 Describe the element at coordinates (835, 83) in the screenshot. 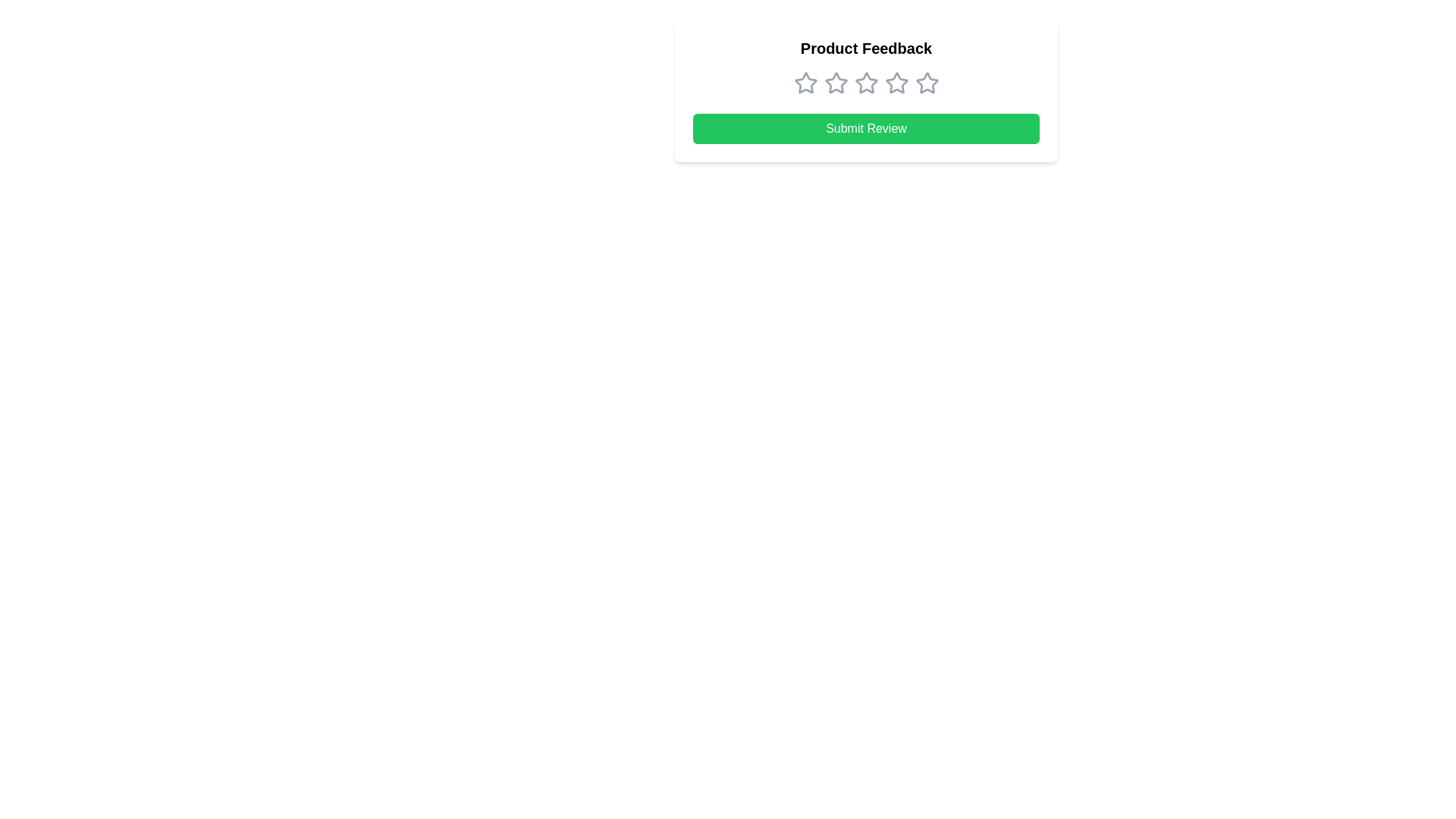

I see `the second star in the rating system` at that location.